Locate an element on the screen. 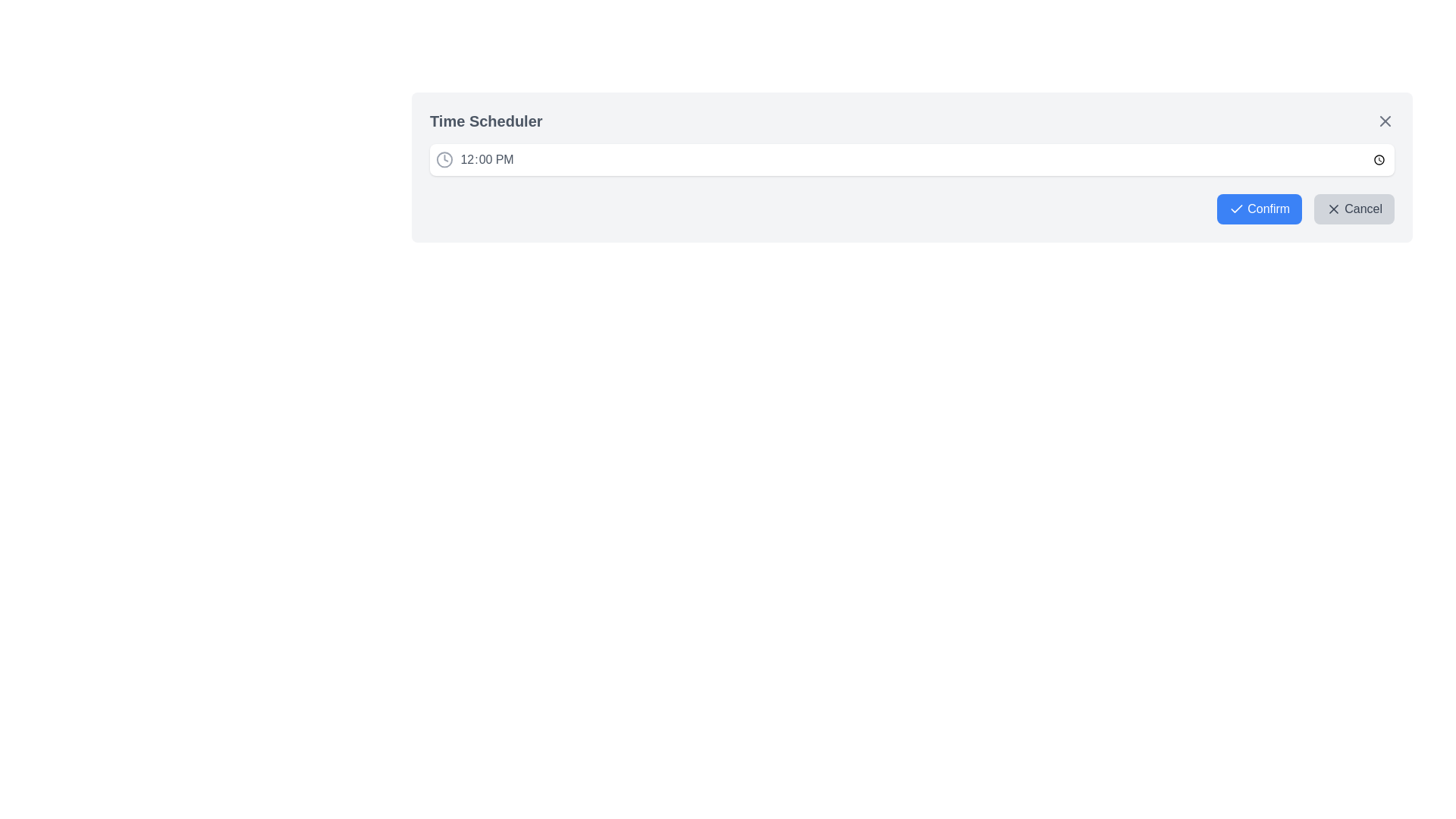  the white checkmark icon located inside the blue 'Confirm' button, positioned towards the bottom-right section of the interface is located at coordinates (1237, 209).